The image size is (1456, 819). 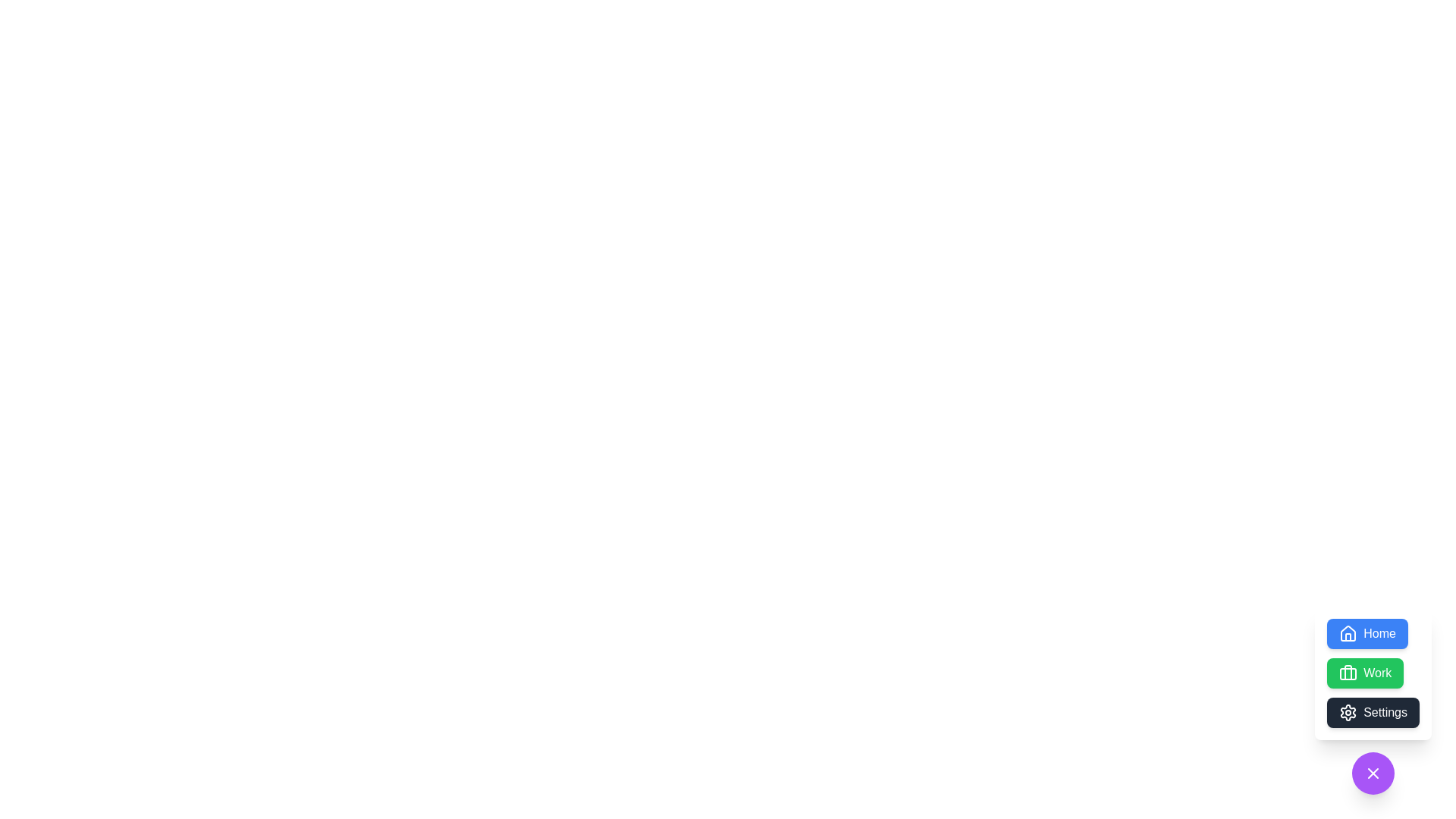 I want to click on the 'Work' button which contains the decorative SVG rectangle element that is part of a briefcase icon, so click(x=1348, y=673).